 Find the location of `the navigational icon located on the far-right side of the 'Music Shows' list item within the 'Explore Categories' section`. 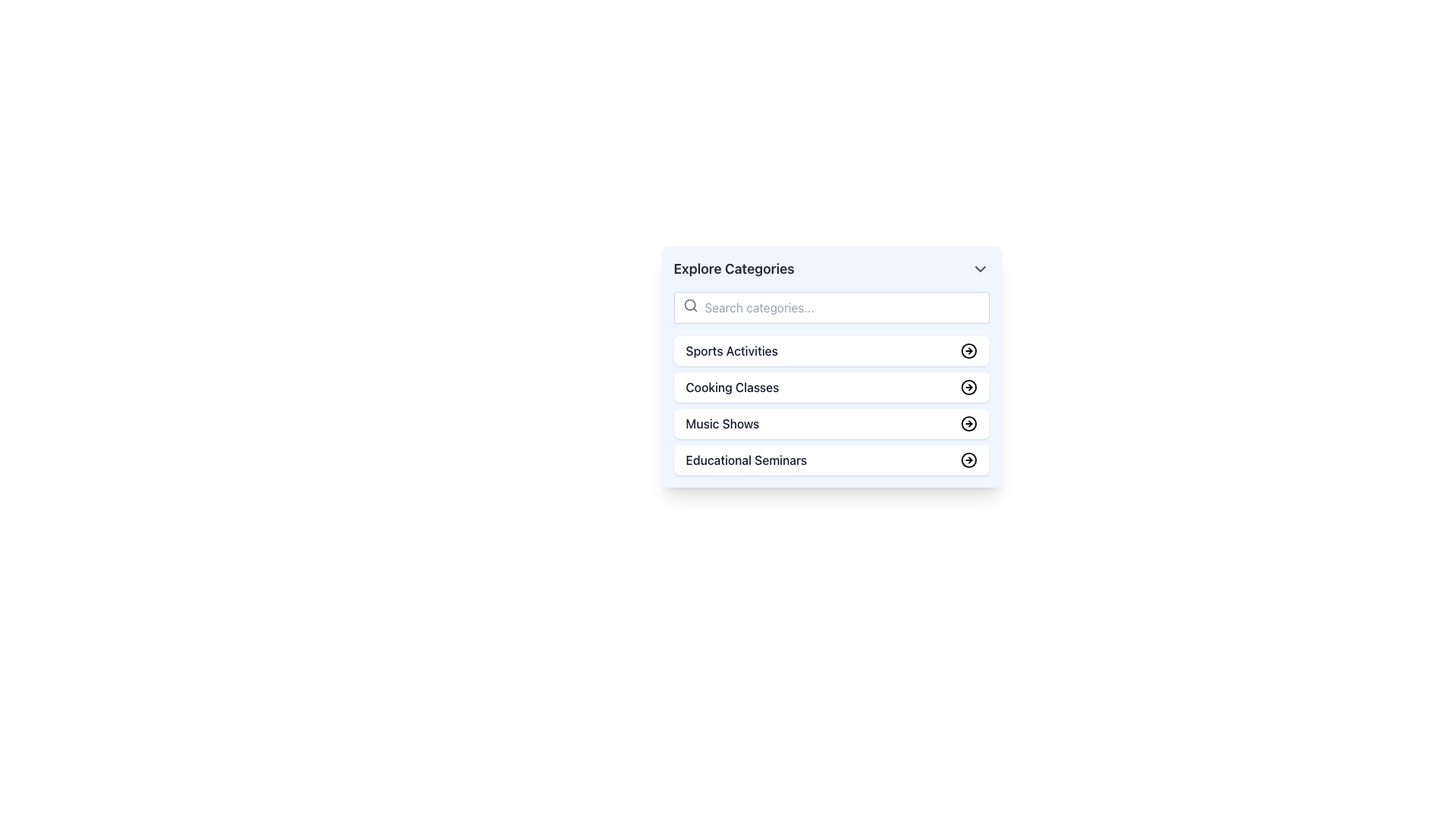

the navigational icon located on the far-right side of the 'Music Shows' list item within the 'Explore Categories' section is located at coordinates (968, 424).